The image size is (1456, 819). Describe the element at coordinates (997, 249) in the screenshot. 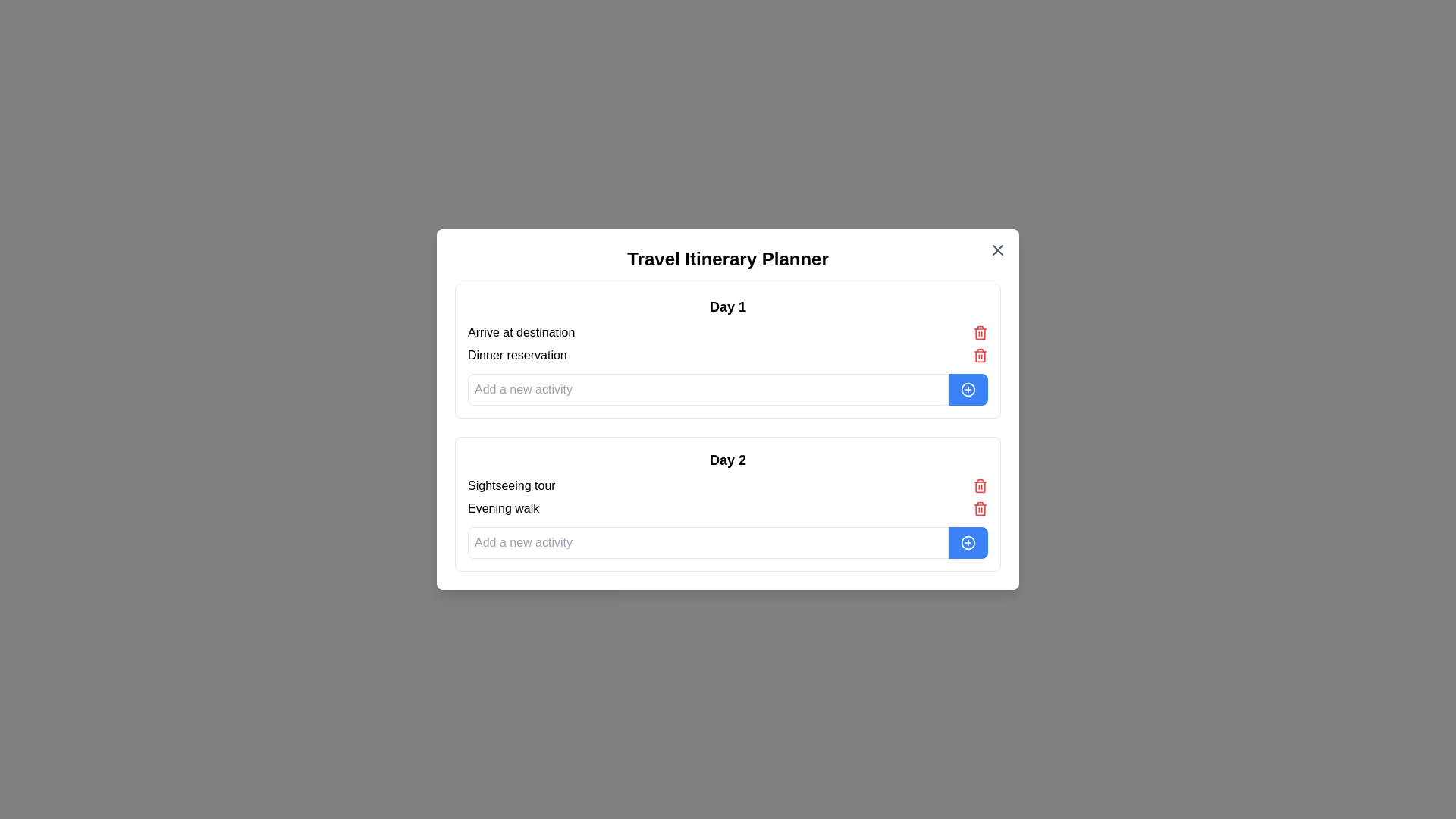

I see `the close button, represented by a diagonal cross icon ('X'), located in the top-right corner of the 'Travel Itinerary Planner' modal` at that location.